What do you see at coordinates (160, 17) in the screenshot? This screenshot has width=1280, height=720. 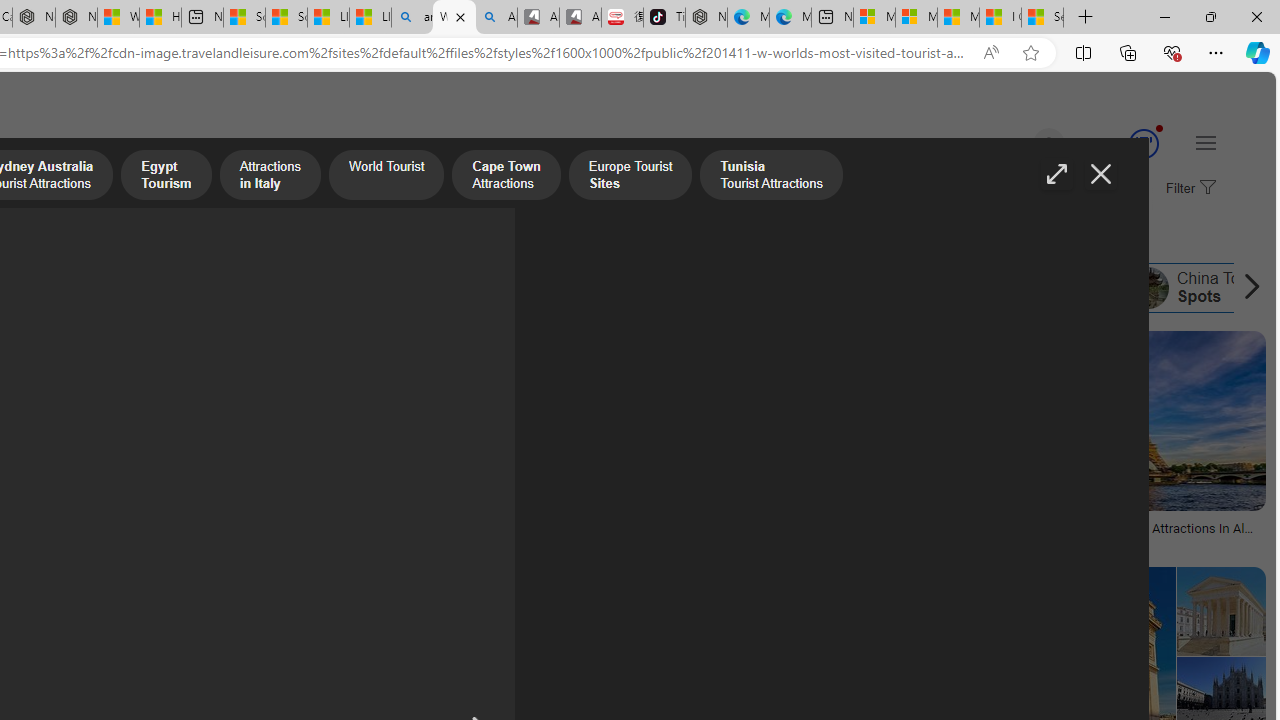 I see `'Huge shark washes ashore at New York City beach | Watch'` at bounding box center [160, 17].